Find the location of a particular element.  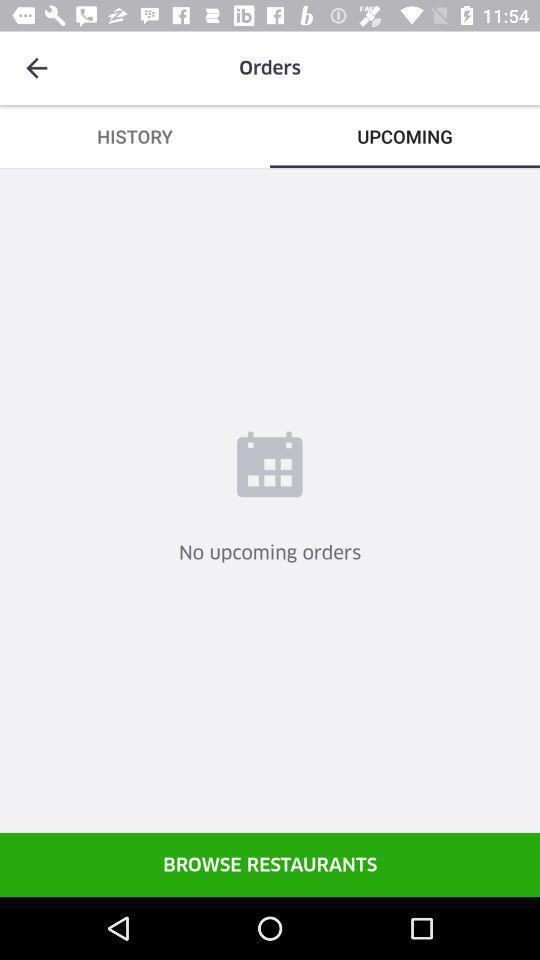

browse restaurants item is located at coordinates (270, 863).